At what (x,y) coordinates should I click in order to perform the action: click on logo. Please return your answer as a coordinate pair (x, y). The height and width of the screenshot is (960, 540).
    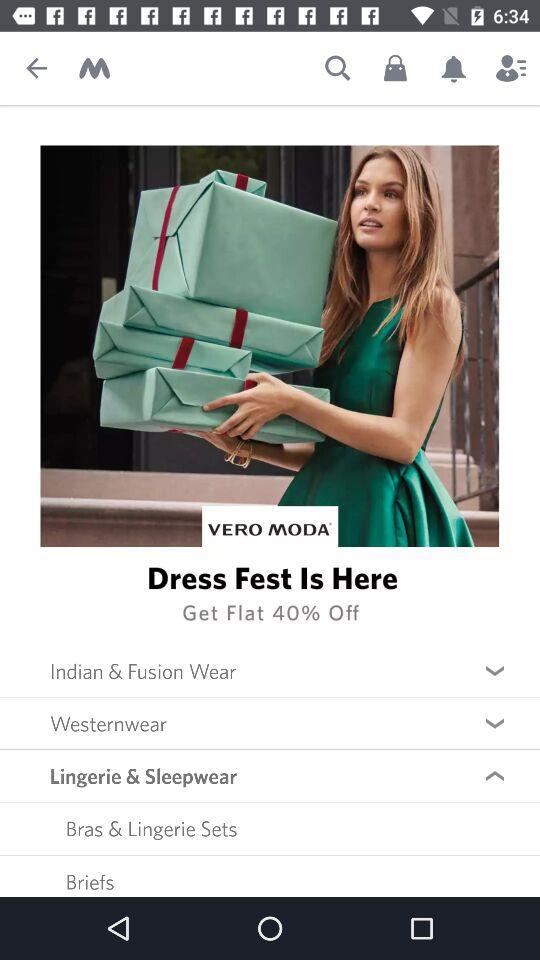
    Looking at the image, I should click on (93, 68).